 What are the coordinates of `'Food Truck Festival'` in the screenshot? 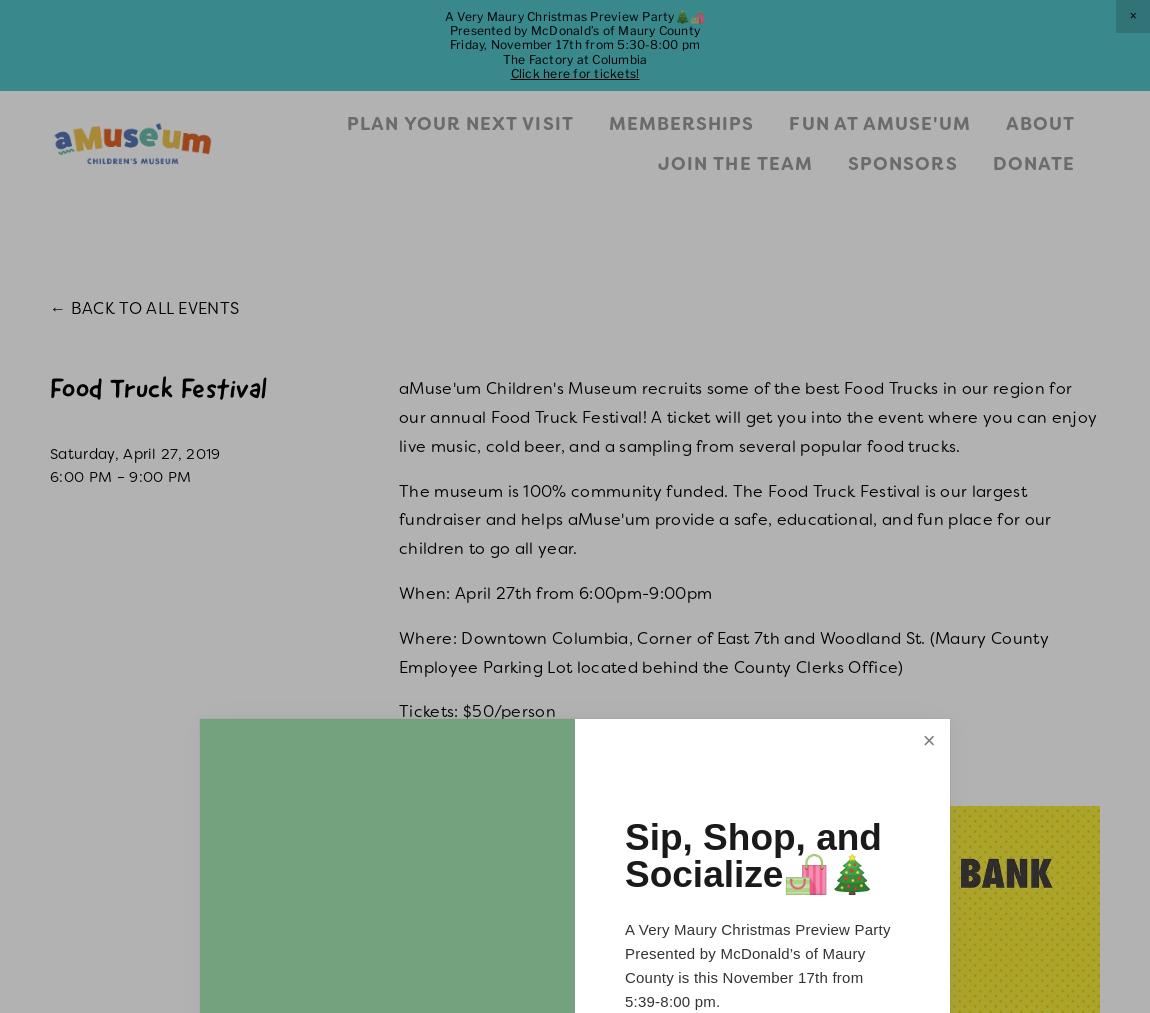 It's located at (157, 391).